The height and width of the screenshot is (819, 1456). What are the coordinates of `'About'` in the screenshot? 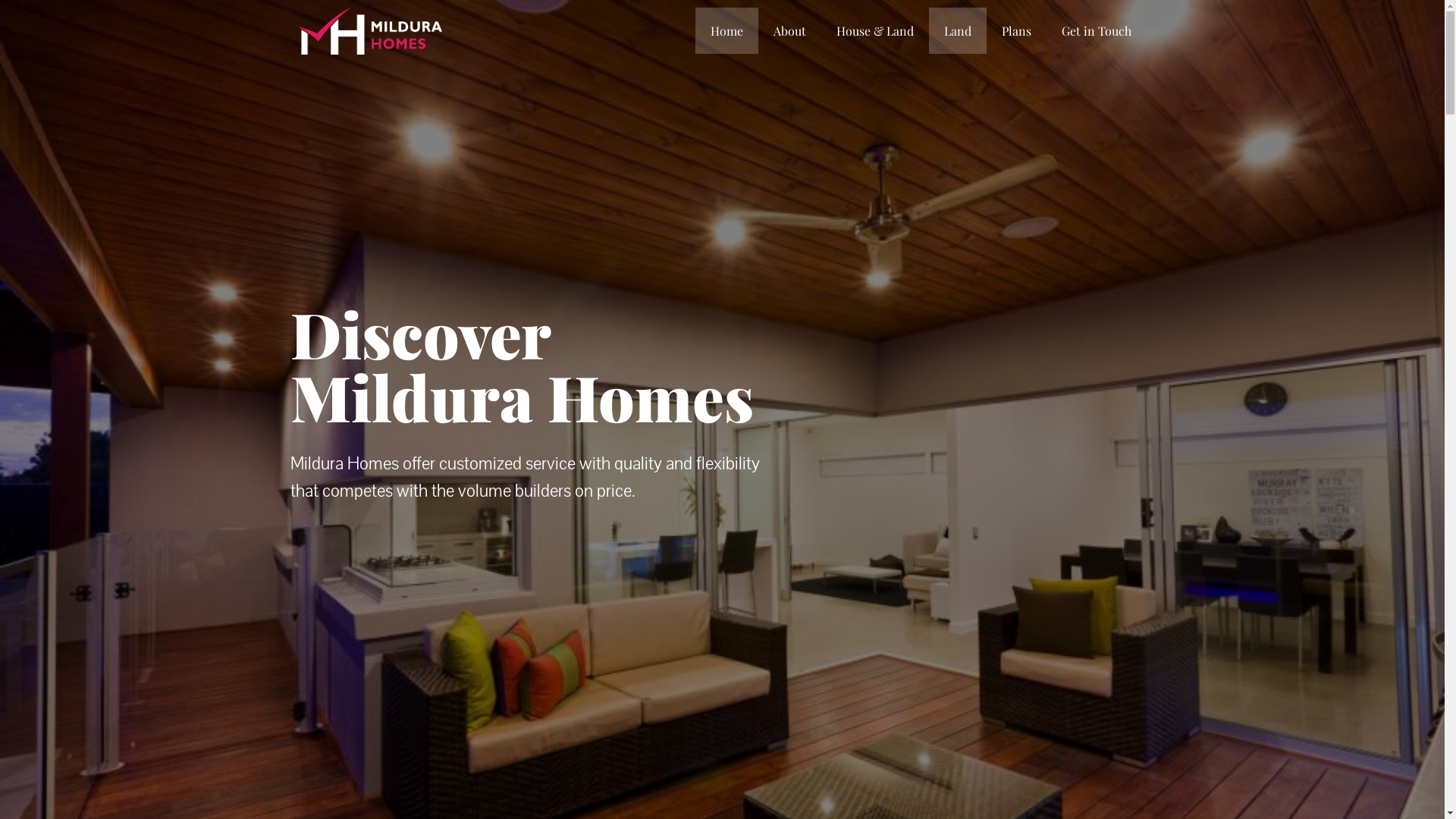 It's located at (789, 30).